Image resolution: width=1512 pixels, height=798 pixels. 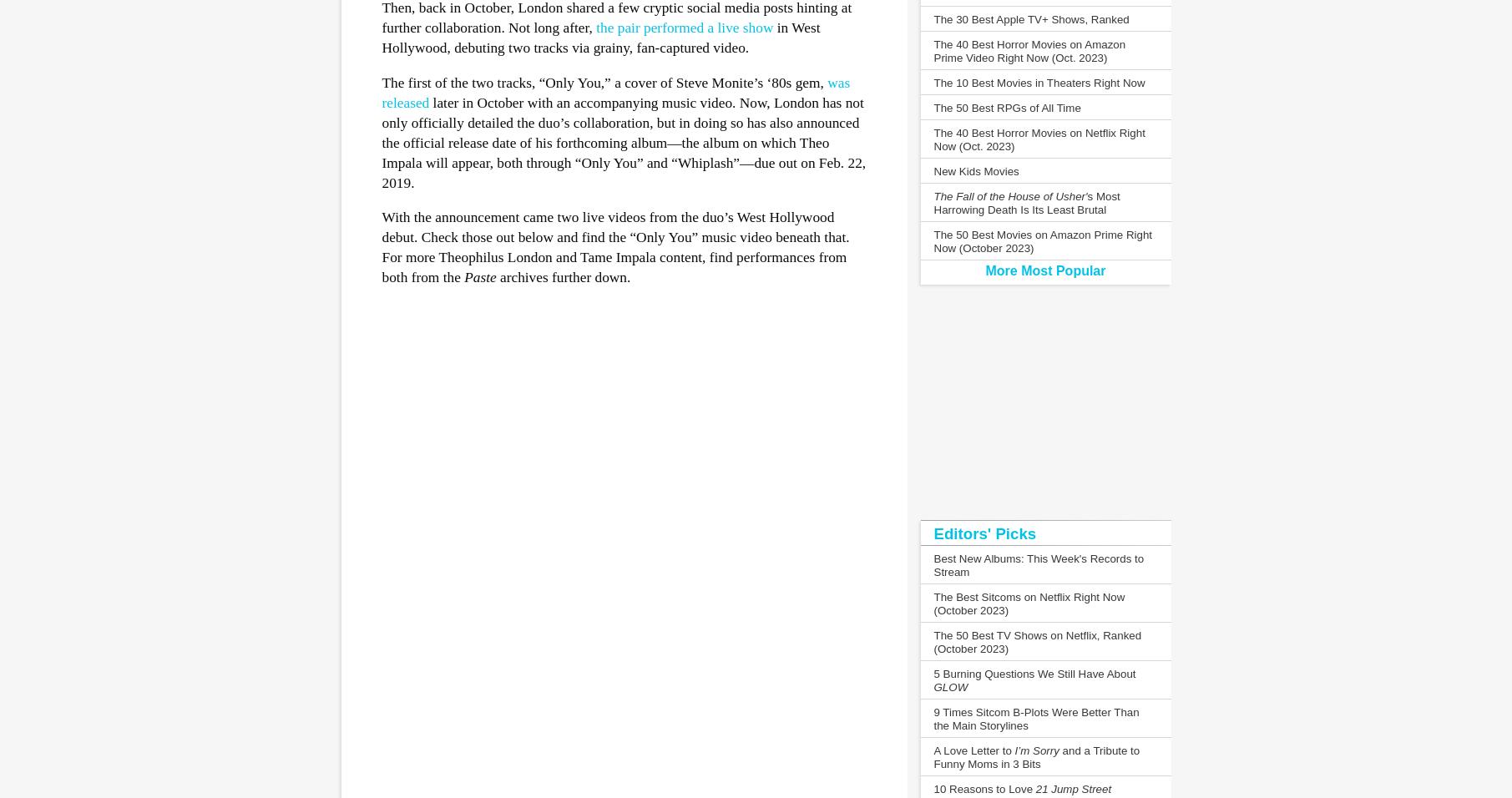 What do you see at coordinates (932, 533) in the screenshot?
I see `'Editors' Picks'` at bounding box center [932, 533].